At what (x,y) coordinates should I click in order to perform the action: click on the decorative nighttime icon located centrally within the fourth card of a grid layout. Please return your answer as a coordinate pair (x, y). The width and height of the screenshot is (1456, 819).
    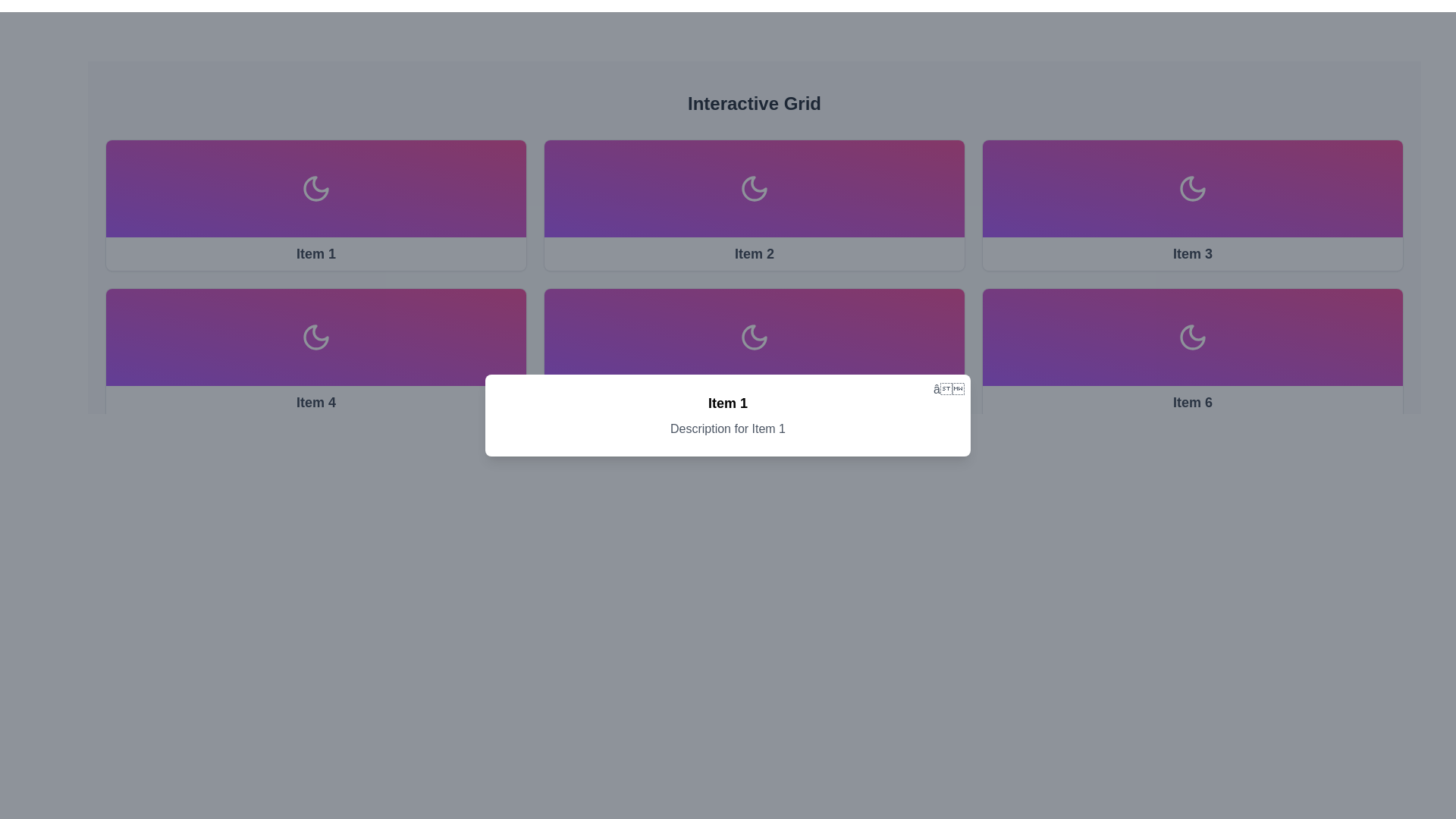
    Looking at the image, I should click on (754, 336).